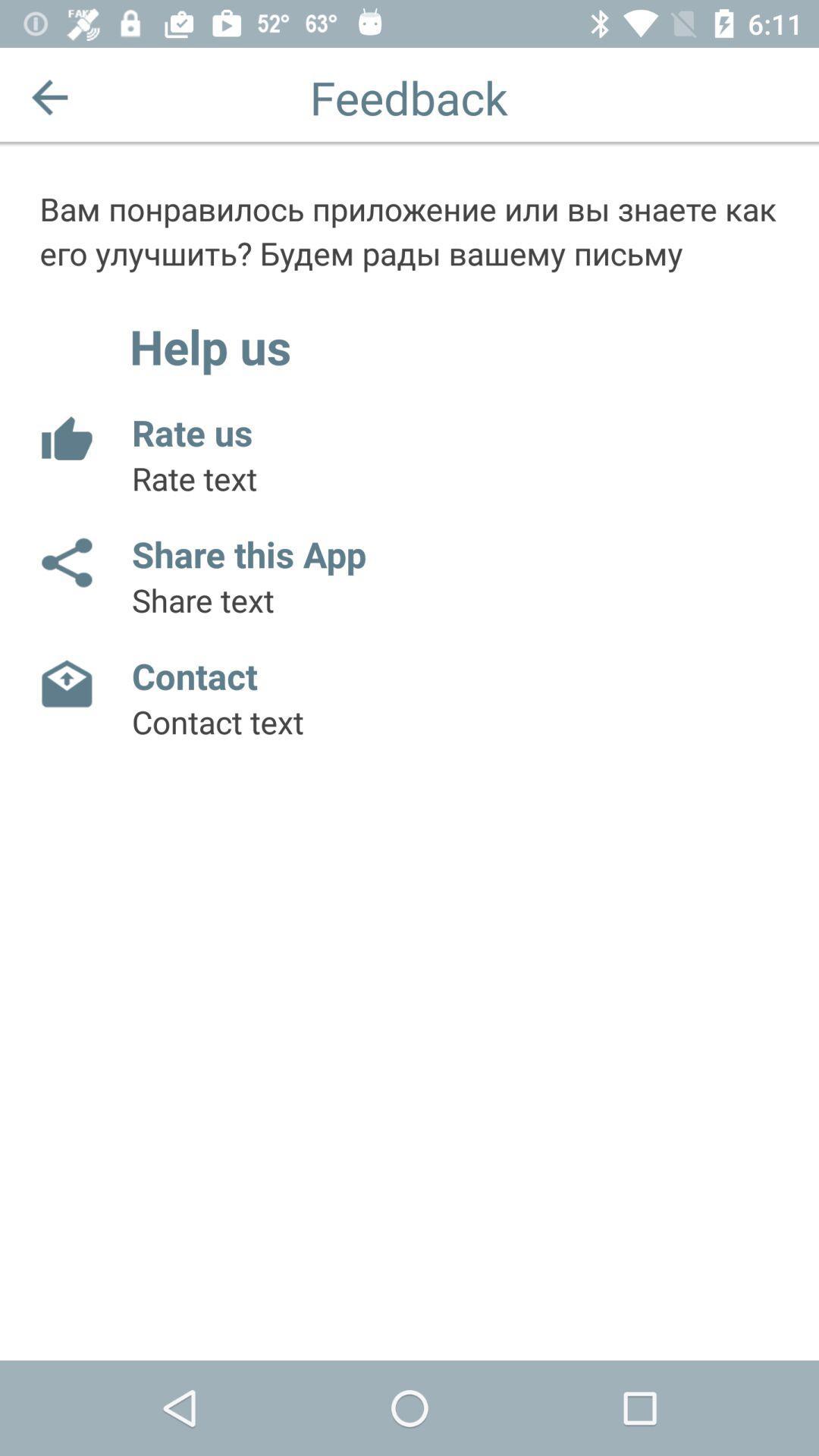  Describe the element at coordinates (65, 439) in the screenshot. I see `rate app` at that location.